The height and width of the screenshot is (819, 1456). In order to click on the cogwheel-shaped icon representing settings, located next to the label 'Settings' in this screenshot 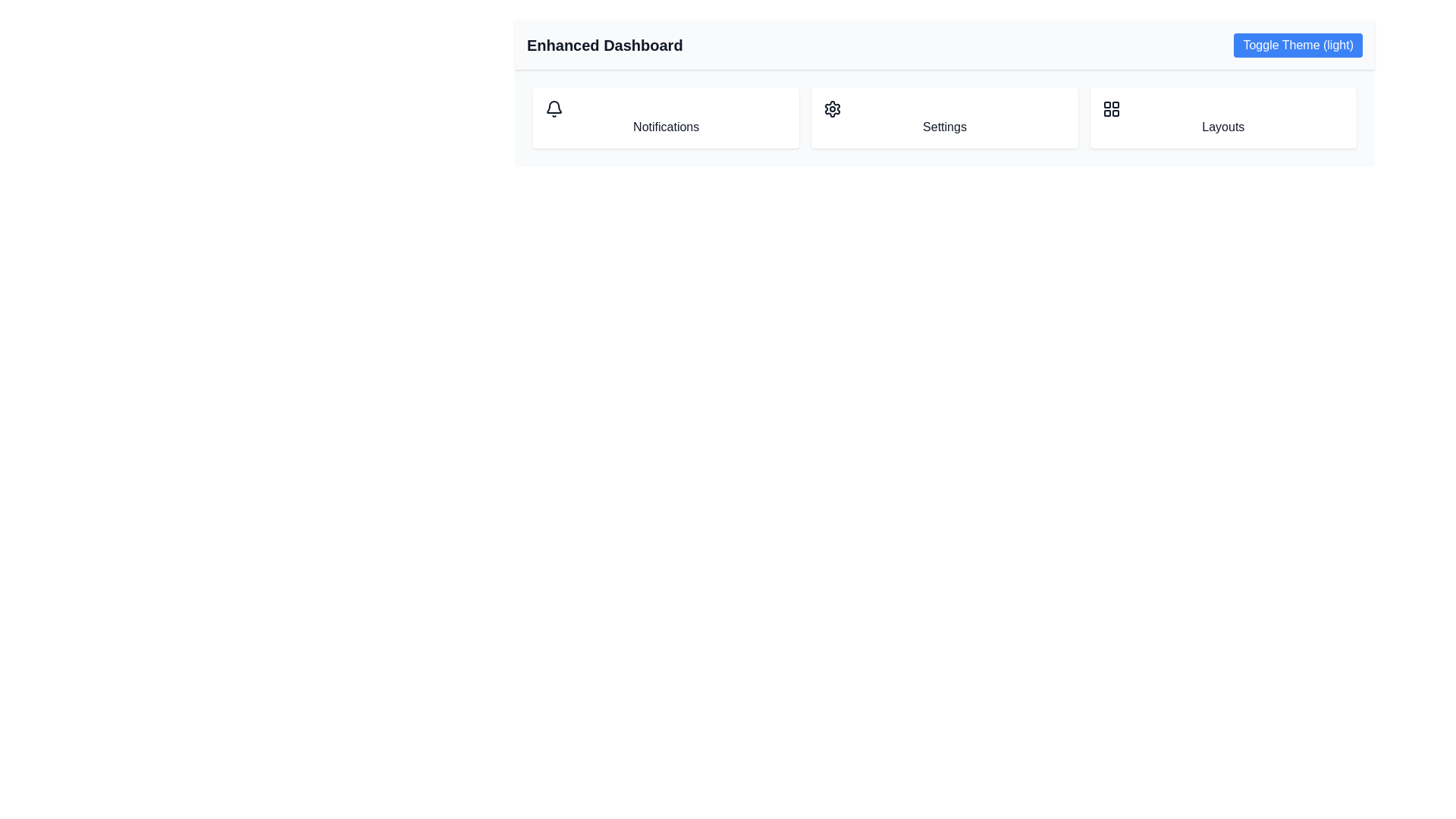, I will do `click(832, 108)`.